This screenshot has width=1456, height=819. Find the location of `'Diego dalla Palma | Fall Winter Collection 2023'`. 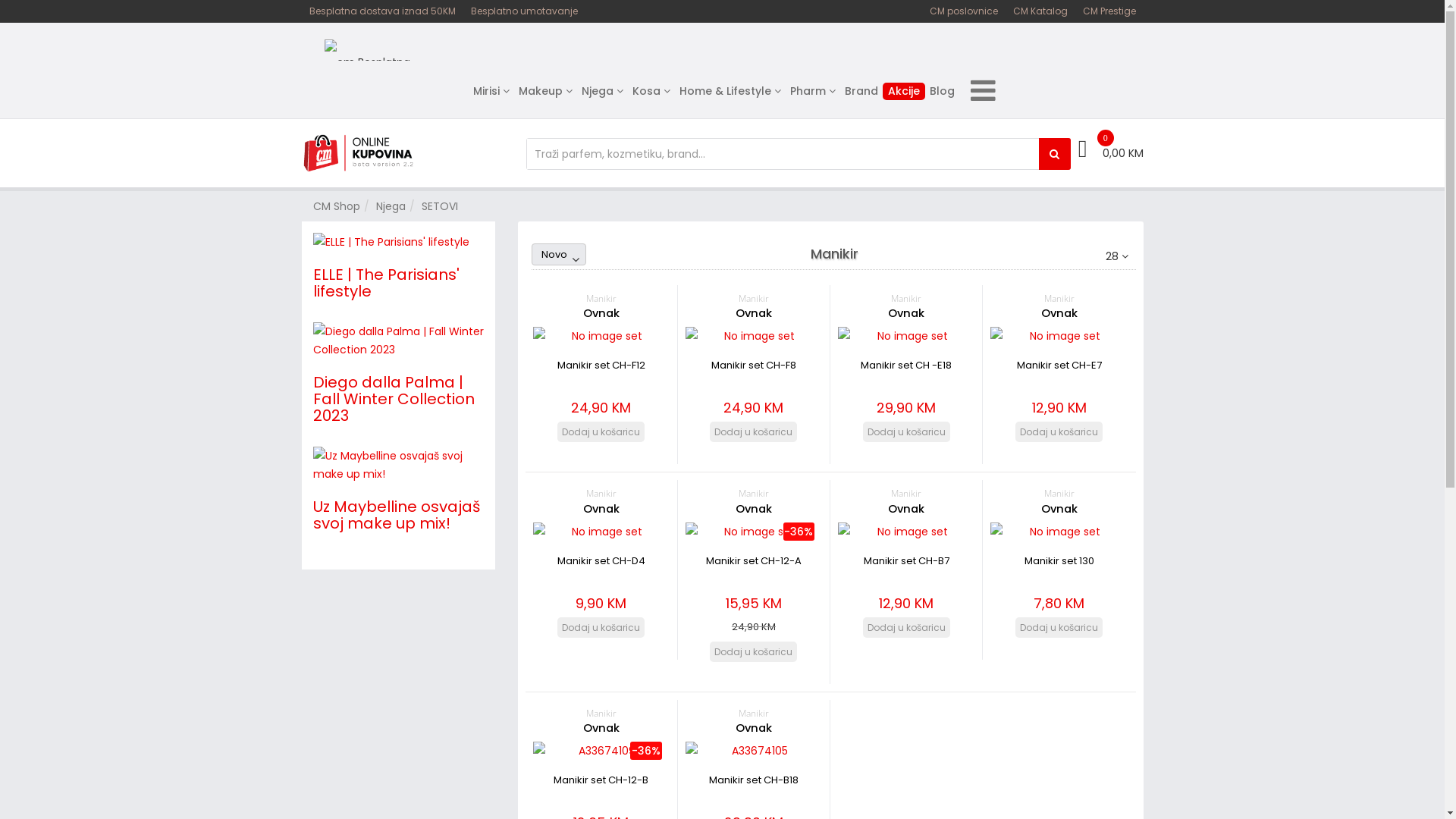

'Diego dalla Palma | Fall Winter Collection 2023' is located at coordinates (393, 397).